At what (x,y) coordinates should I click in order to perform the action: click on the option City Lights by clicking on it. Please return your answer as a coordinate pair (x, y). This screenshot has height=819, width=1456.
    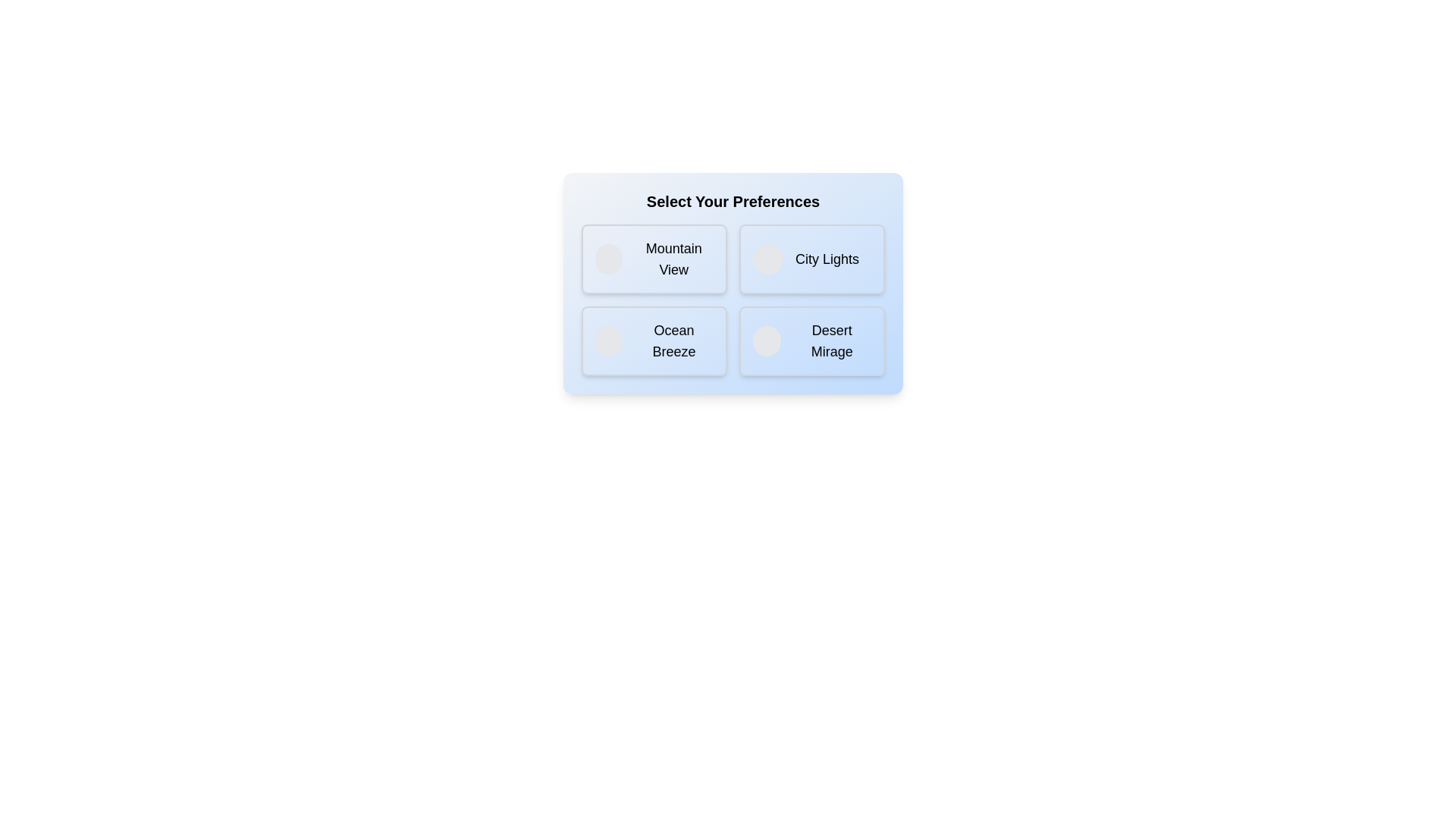
    Looking at the image, I should click on (811, 259).